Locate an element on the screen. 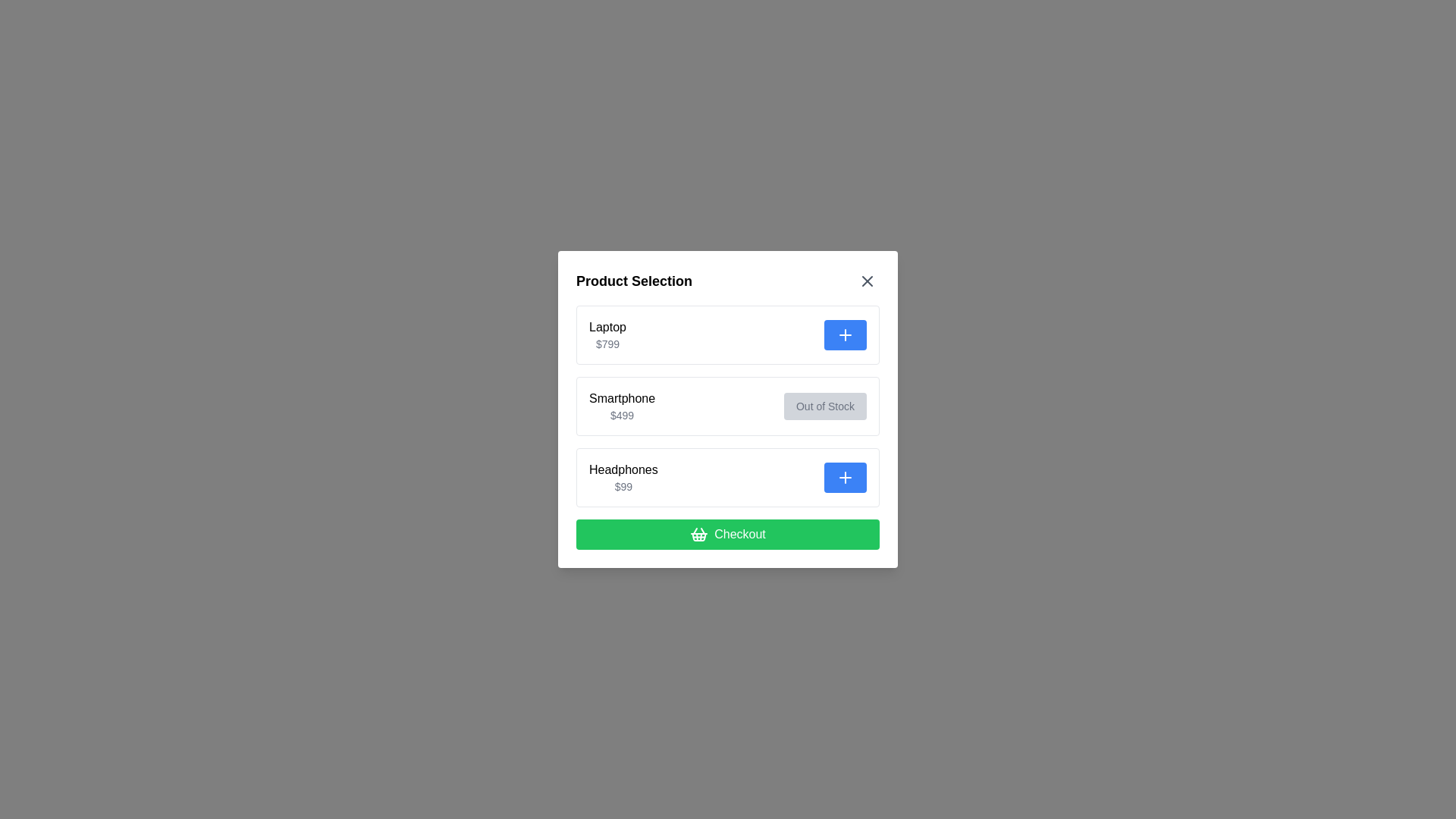 This screenshot has height=819, width=1456. the close button to close the dialog is located at coordinates (867, 281).